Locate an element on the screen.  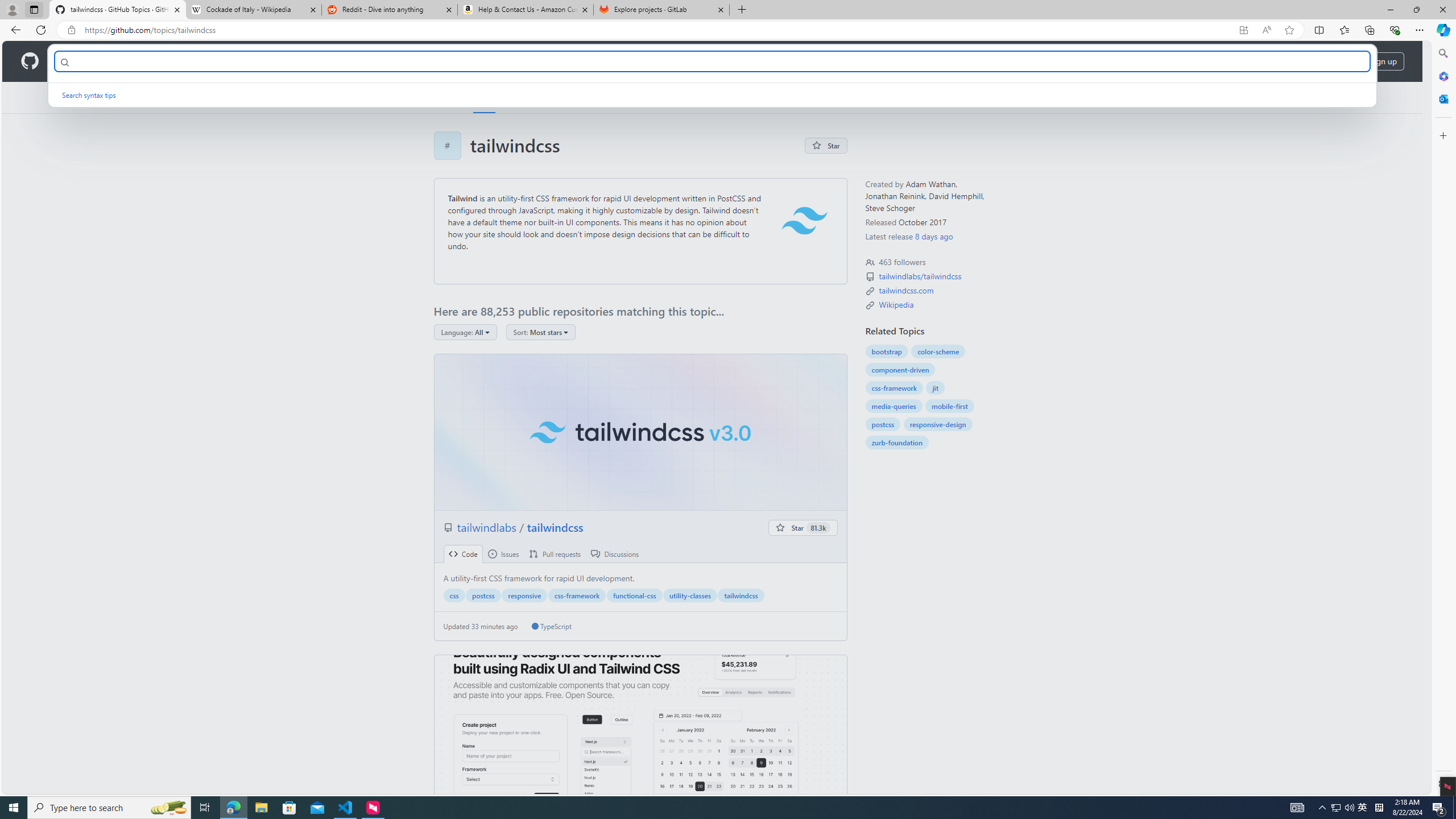
'en.wikipedia.org/wiki/Tailwind_CSS' is located at coordinates (896, 304).